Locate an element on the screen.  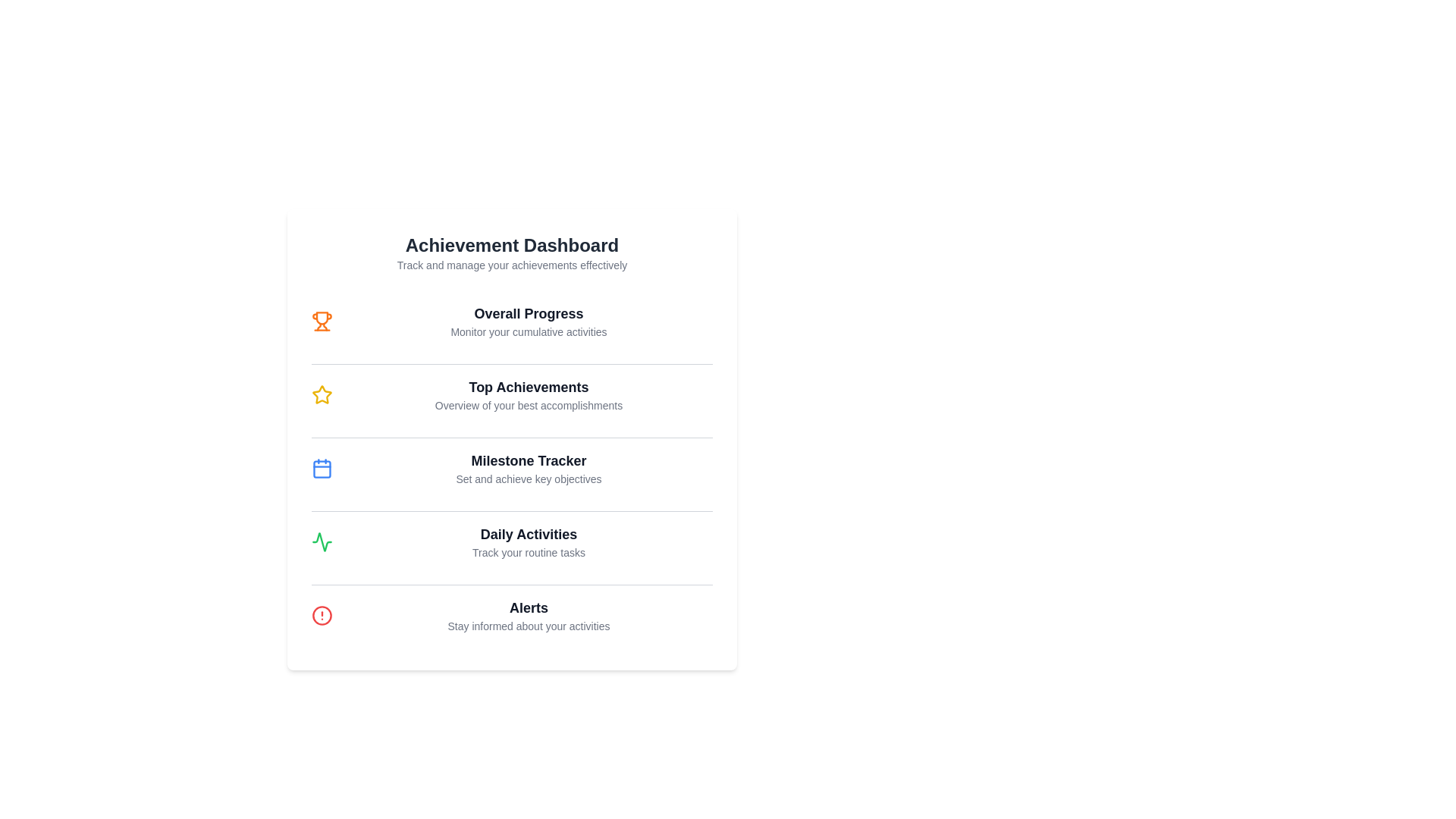
the Text Label that provides instructions related to the 'Daily Activities' title, located directly below the title in the Achievement Dashboard section is located at coordinates (529, 553).